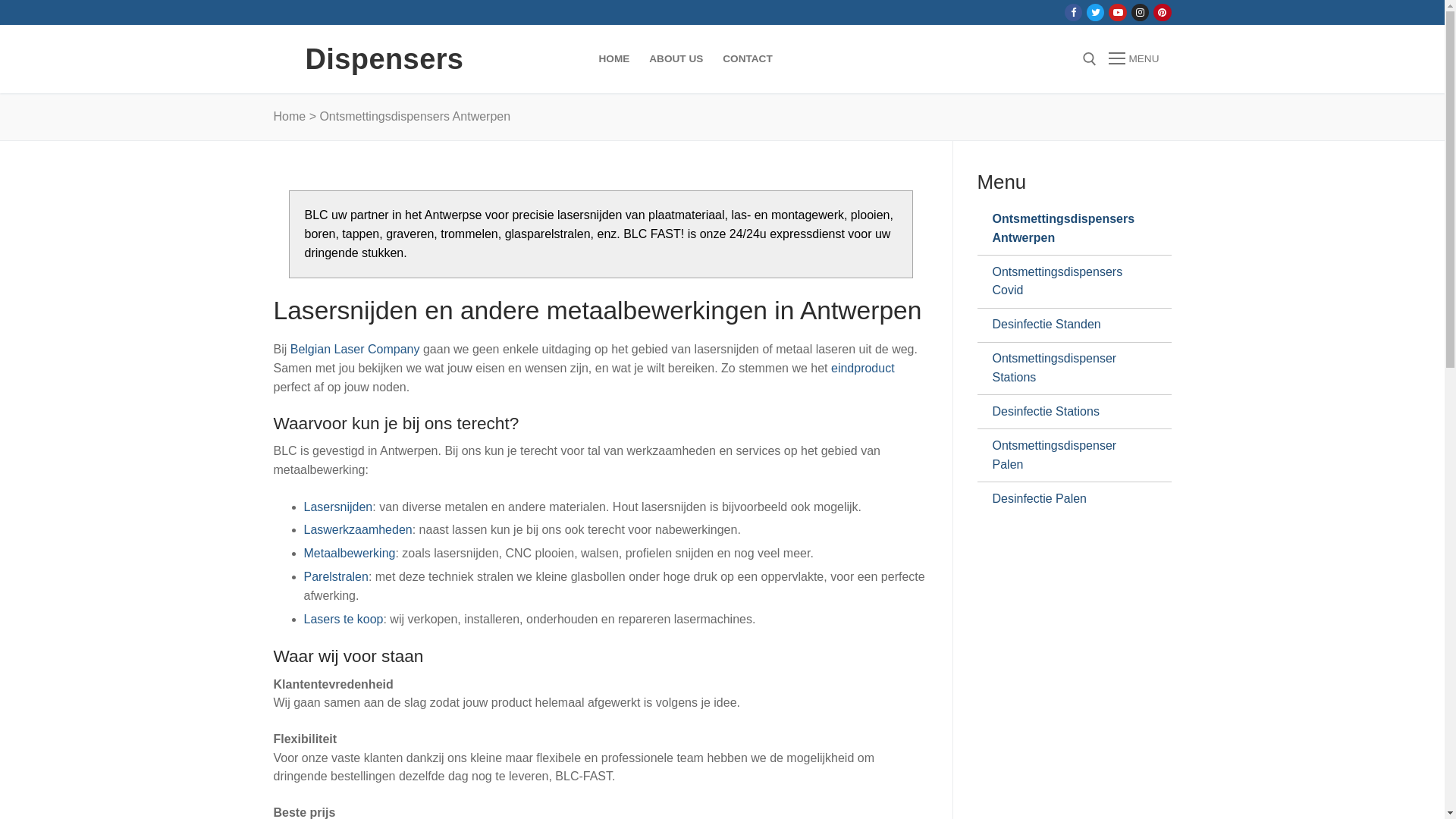 The image size is (1456, 819). I want to click on 'Ontsmettingsdispensers Covid', so click(1066, 281).